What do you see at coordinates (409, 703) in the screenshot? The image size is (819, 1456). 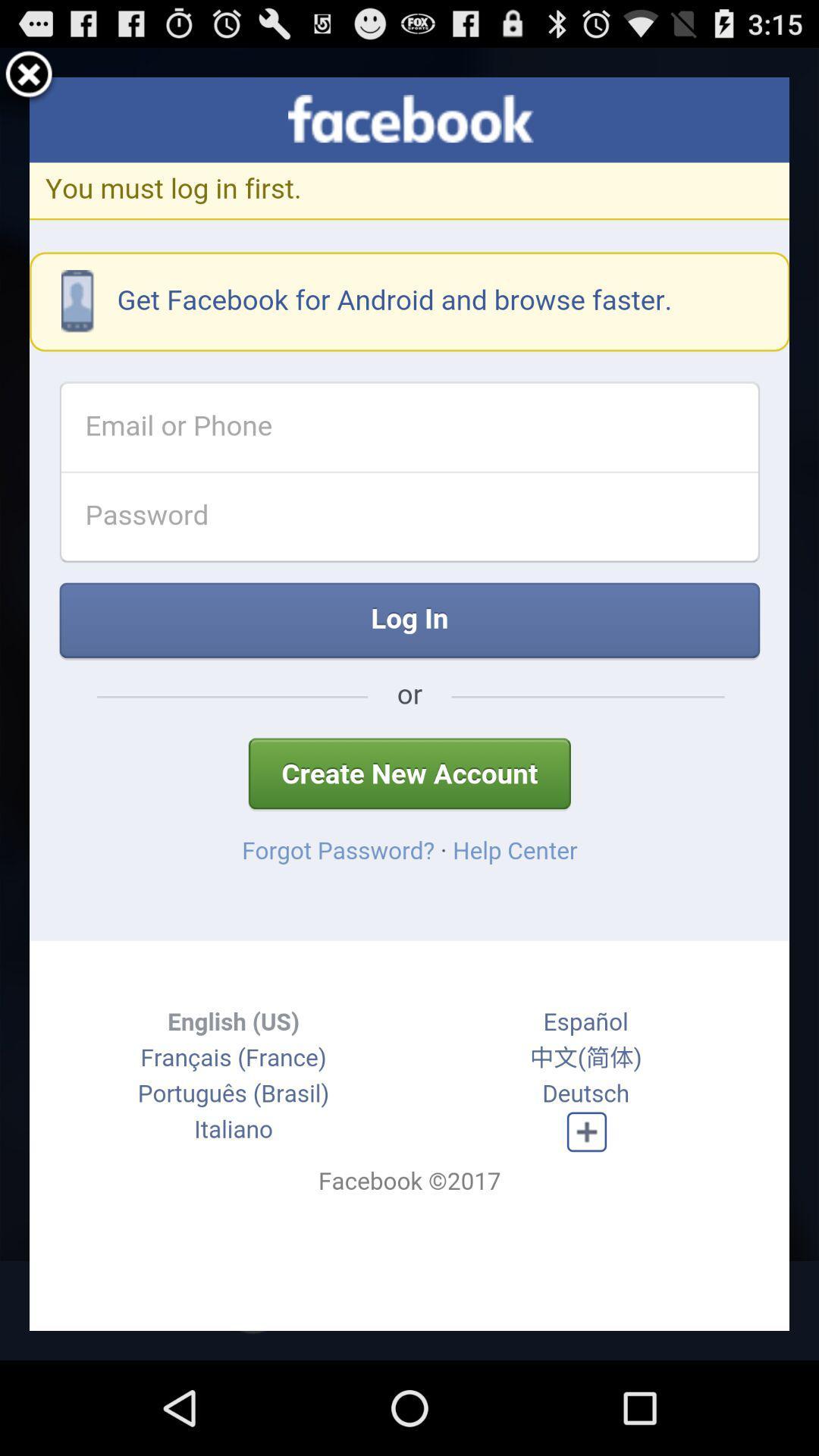 I see `description` at bounding box center [409, 703].